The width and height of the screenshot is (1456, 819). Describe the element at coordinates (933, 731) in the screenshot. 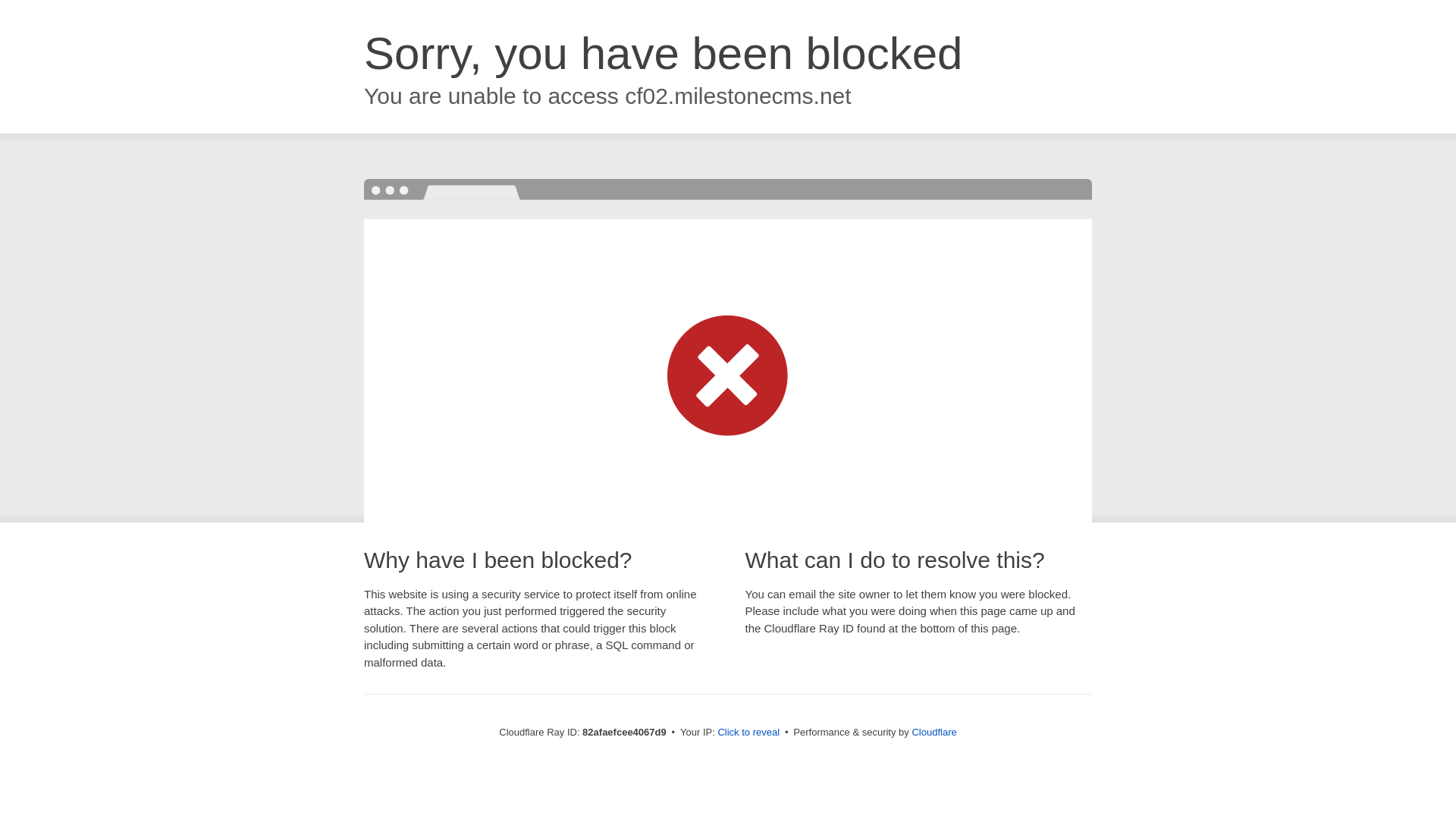

I see `'Cloudflare'` at that location.